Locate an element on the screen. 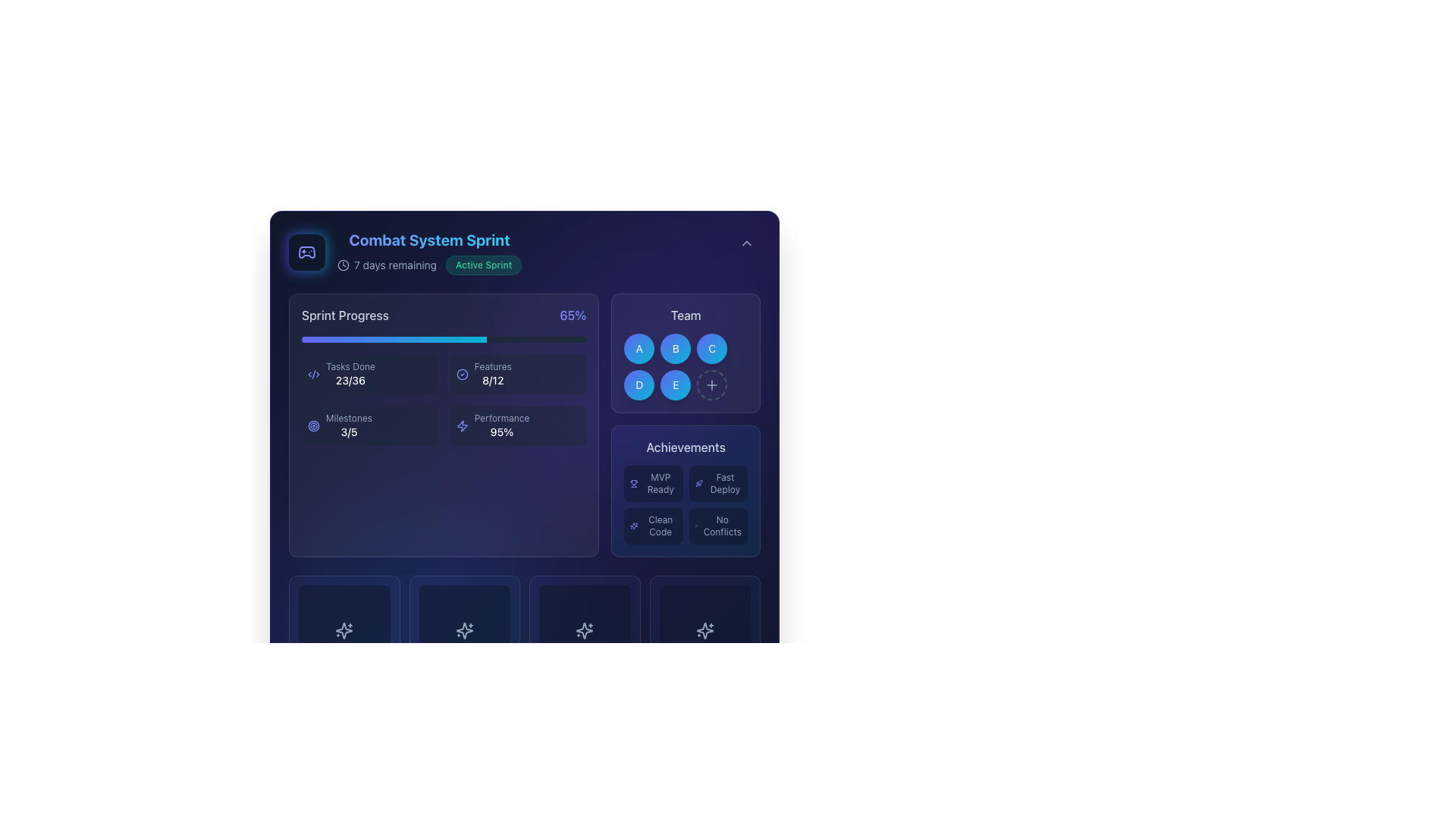 This screenshot has height=819, width=1456. the representation of the branch structure icon located in the 'No Conflicts' section of the 'Achievements' group, positioned to the right of the 'No Conflicts' text label is located at coordinates (695, 526).